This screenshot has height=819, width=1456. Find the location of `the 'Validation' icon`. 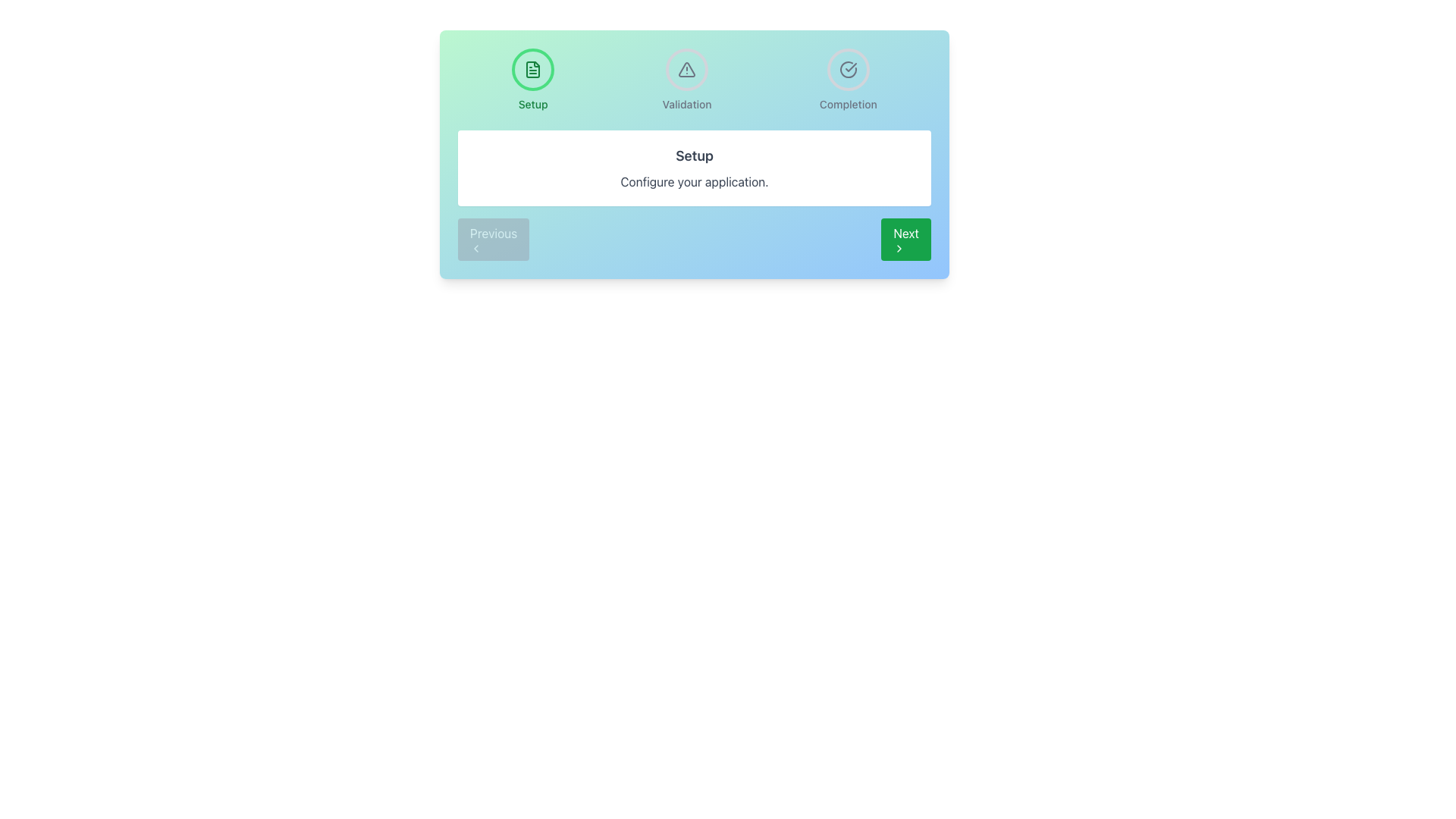

the 'Validation' icon is located at coordinates (686, 80).